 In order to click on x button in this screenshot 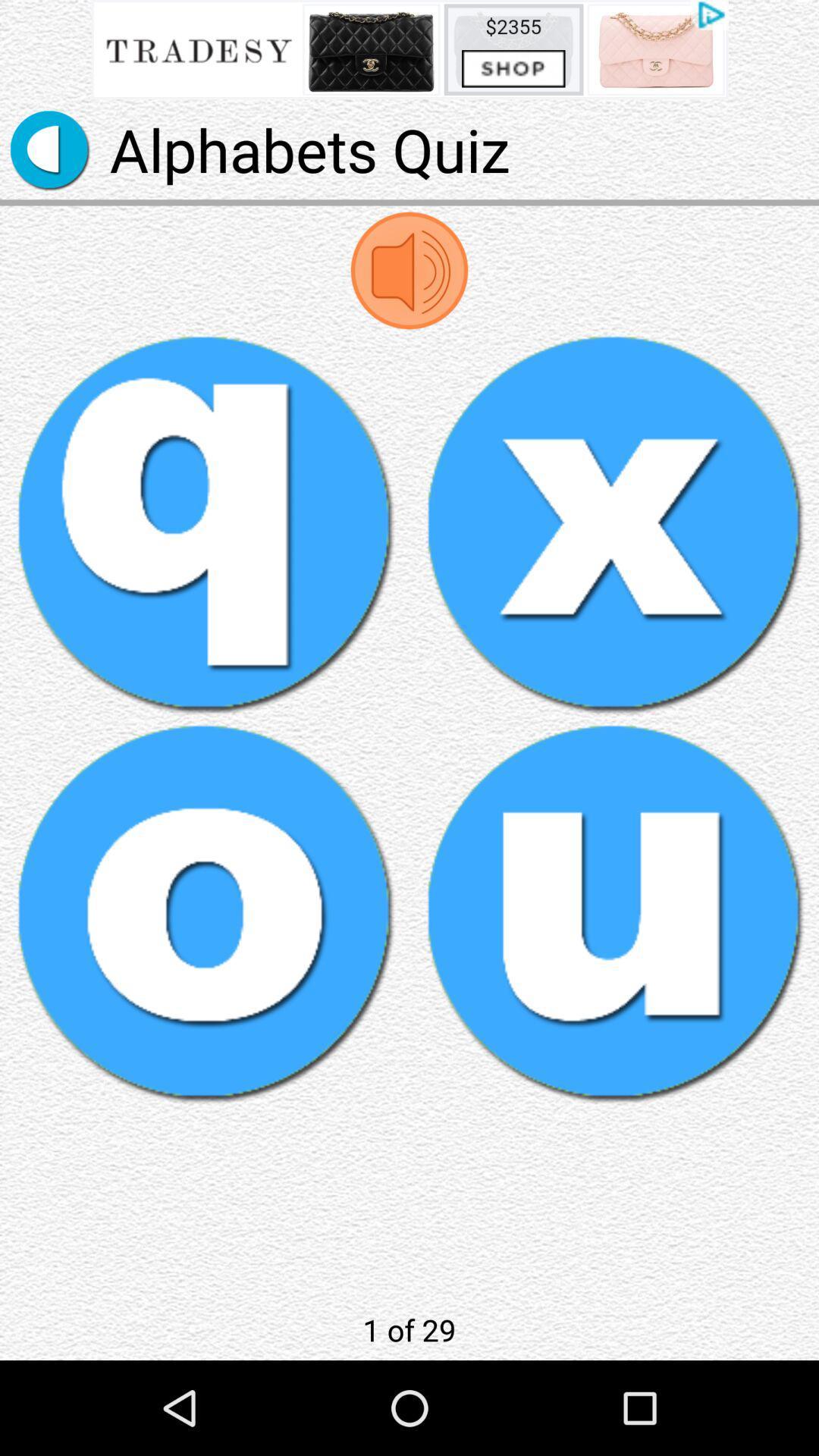, I will do `click(614, 523)`.